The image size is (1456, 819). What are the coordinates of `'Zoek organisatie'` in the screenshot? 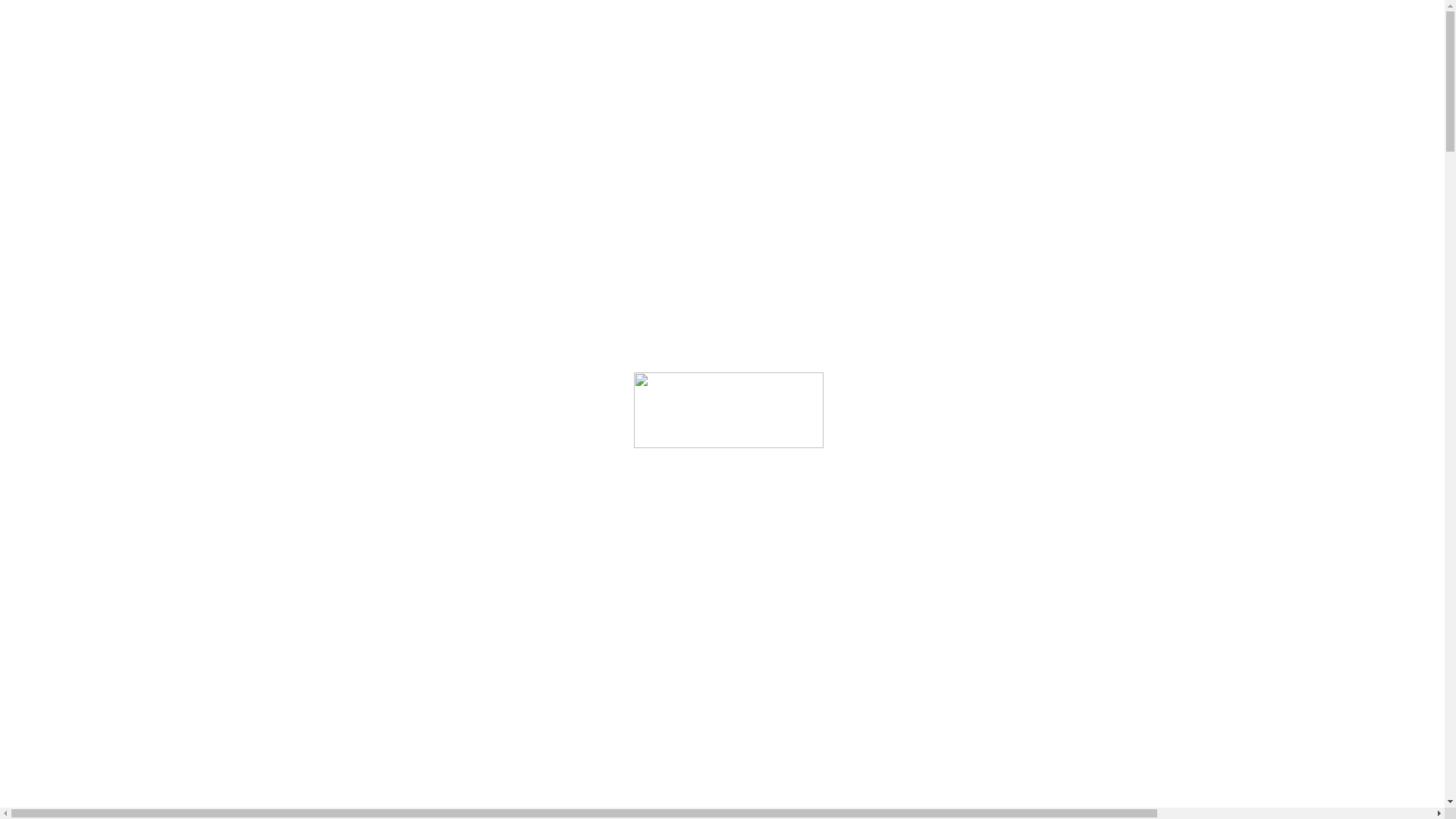 It's located at (48, 503).